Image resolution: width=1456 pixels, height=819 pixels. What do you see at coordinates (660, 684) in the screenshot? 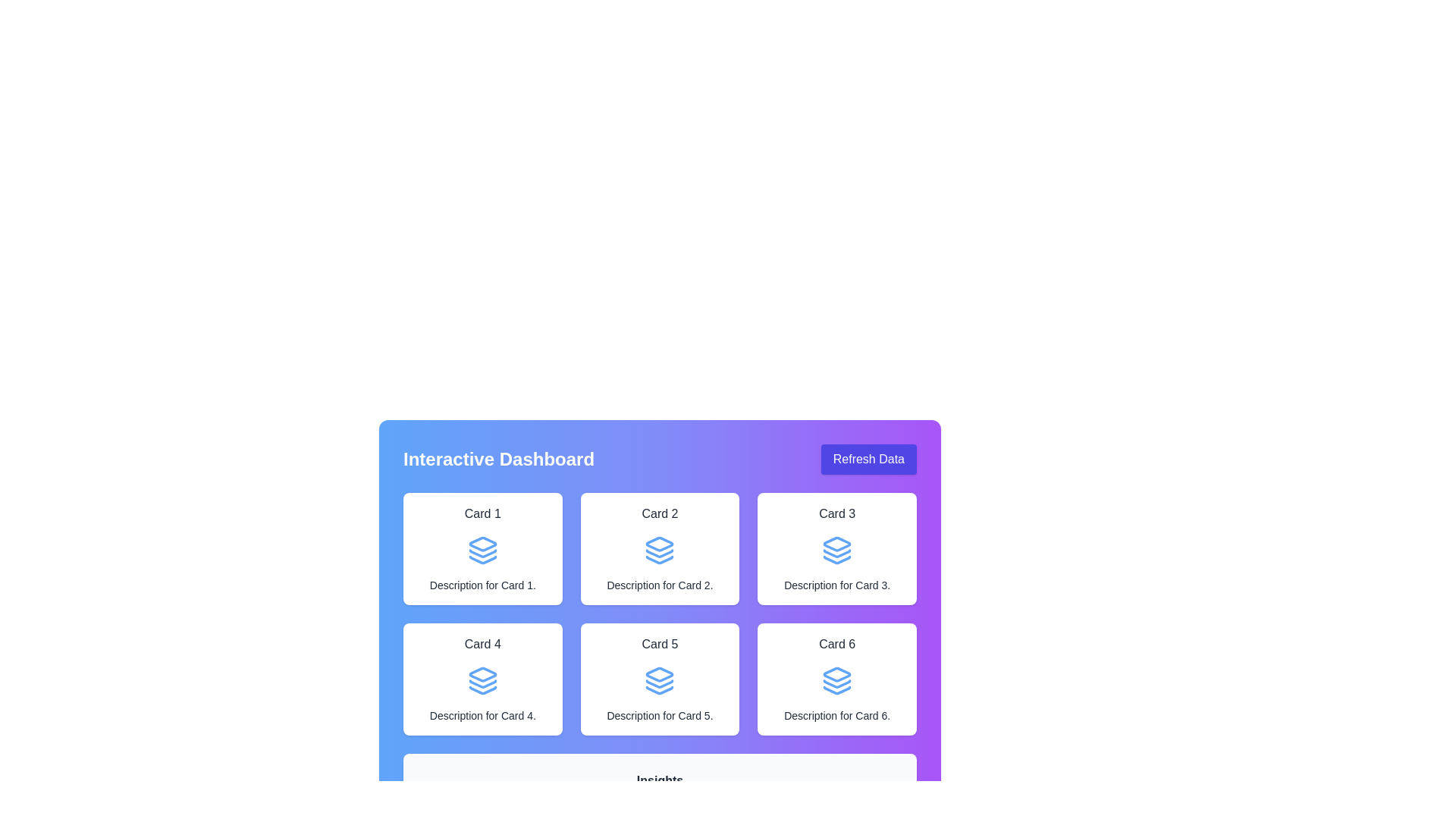
I see `the middle layer graphical icon in the Card 5 section, located in the second row and second column of the triple-layered visualization` at bounding box center [660, 684].